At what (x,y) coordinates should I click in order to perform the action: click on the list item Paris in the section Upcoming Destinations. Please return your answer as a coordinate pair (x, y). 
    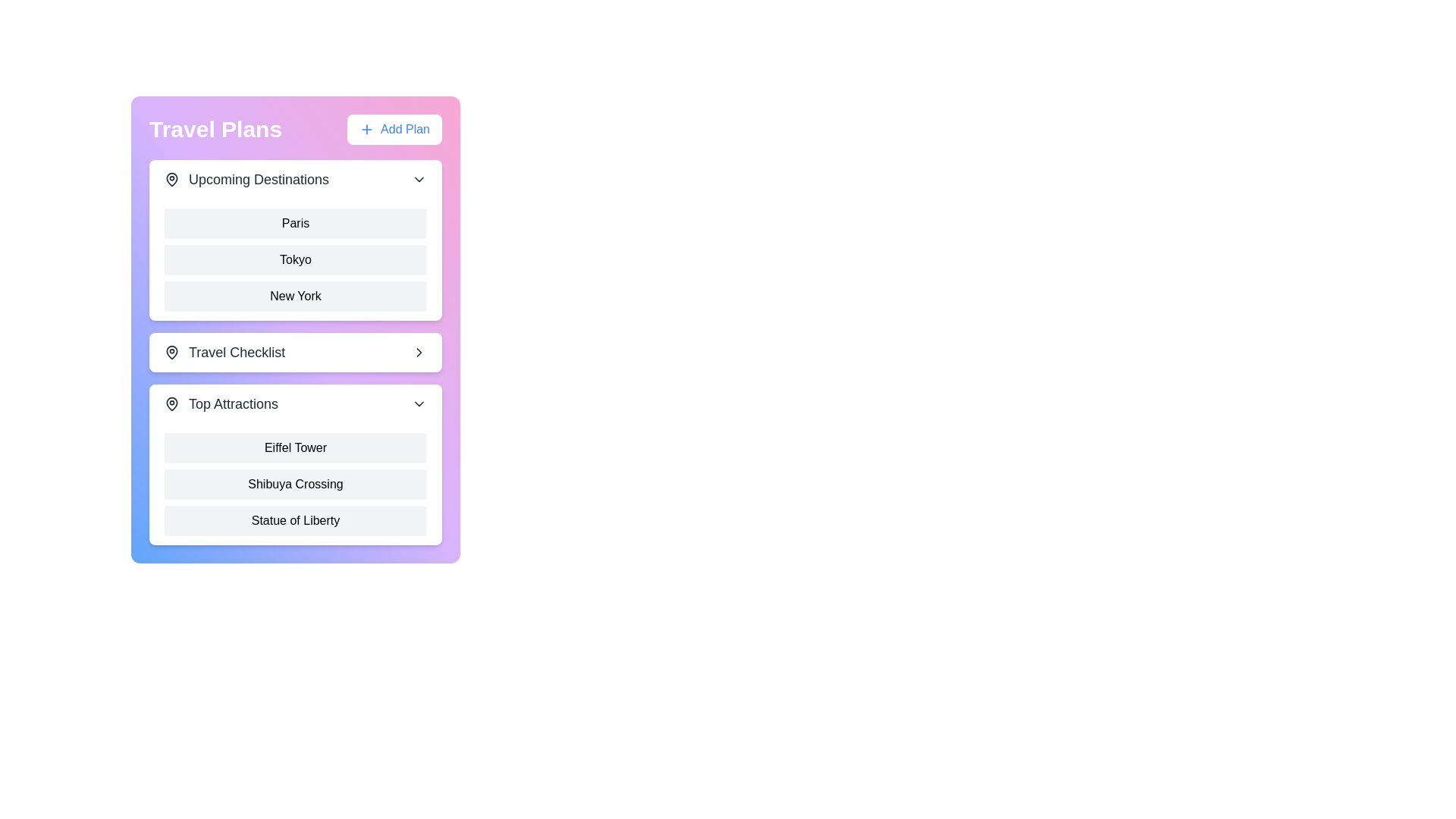
    Looking at the image, I should click on (295, 223).